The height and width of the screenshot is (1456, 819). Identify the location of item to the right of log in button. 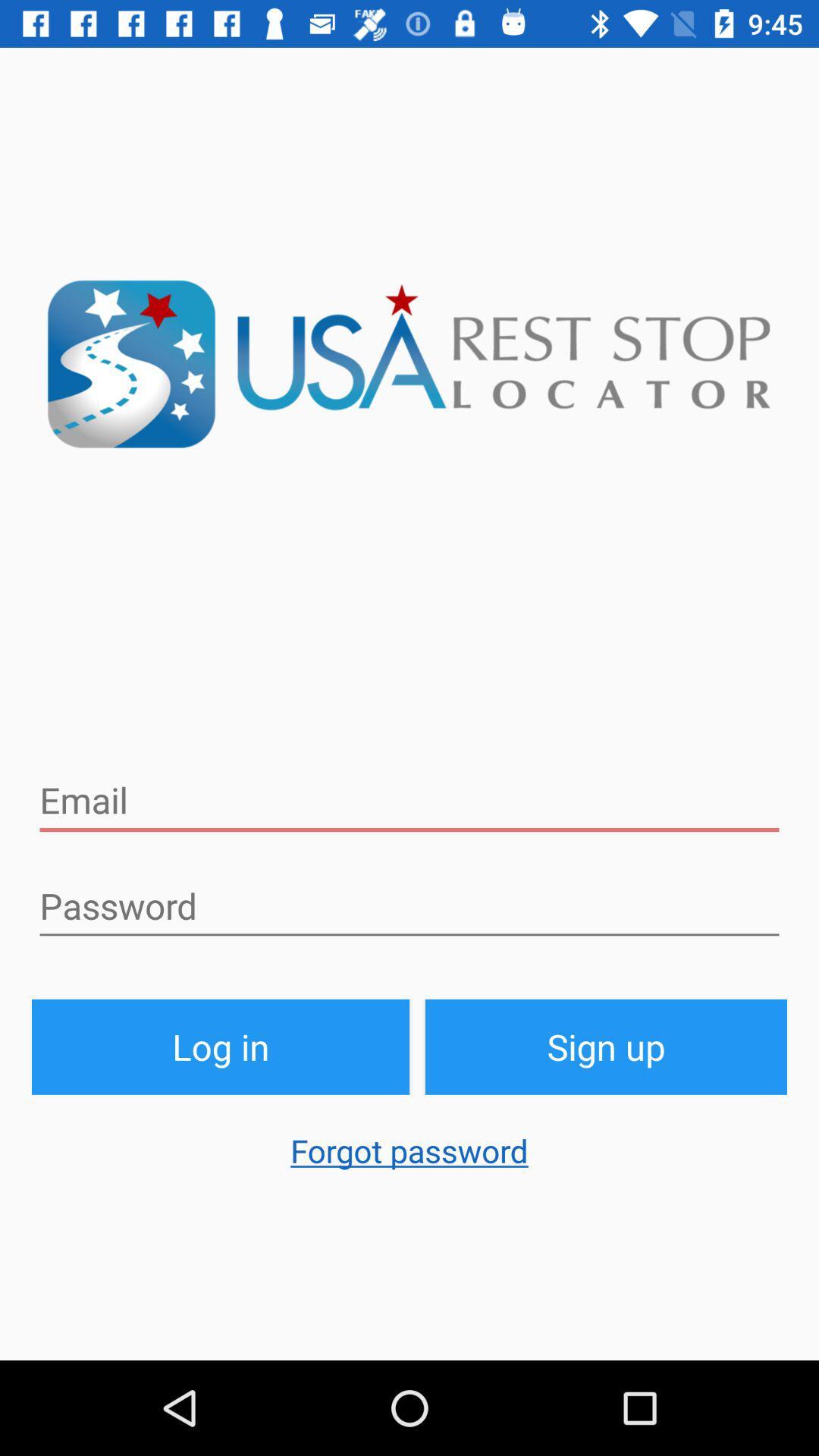
(605, 1046).